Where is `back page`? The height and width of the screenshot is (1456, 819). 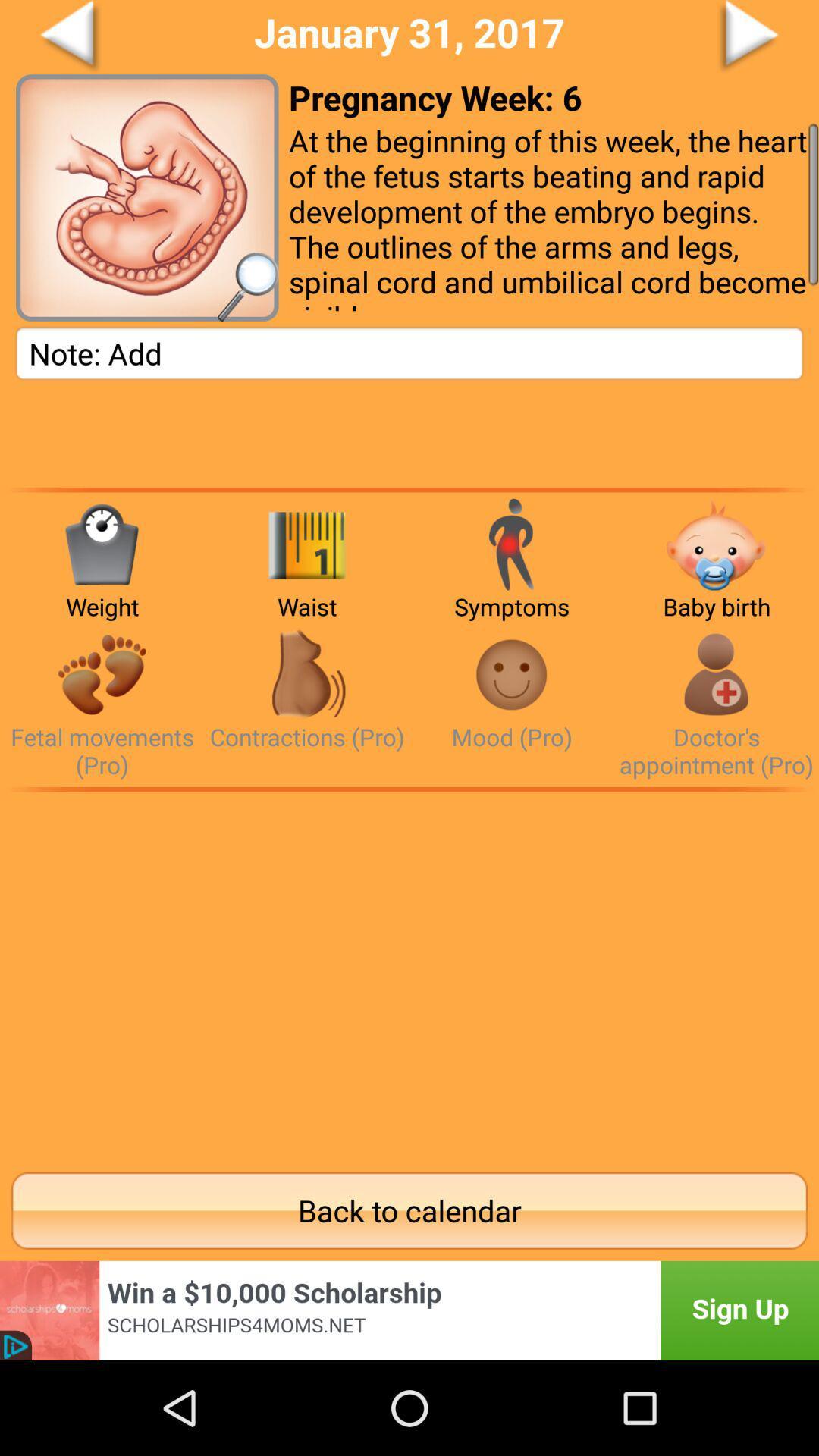 back page is located at coordinates (126, 37).